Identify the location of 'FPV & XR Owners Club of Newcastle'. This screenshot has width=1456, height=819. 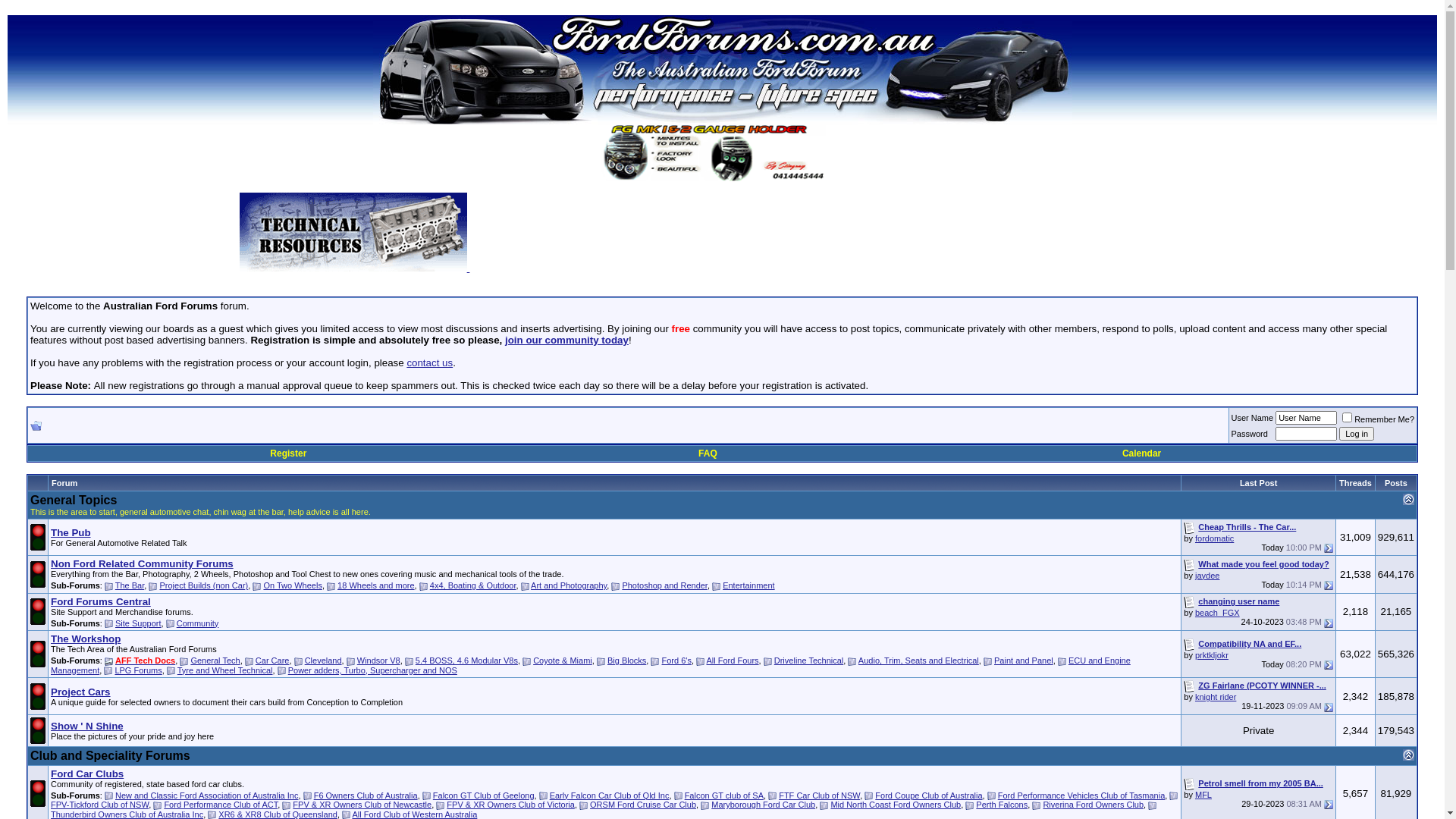
(292, 803).